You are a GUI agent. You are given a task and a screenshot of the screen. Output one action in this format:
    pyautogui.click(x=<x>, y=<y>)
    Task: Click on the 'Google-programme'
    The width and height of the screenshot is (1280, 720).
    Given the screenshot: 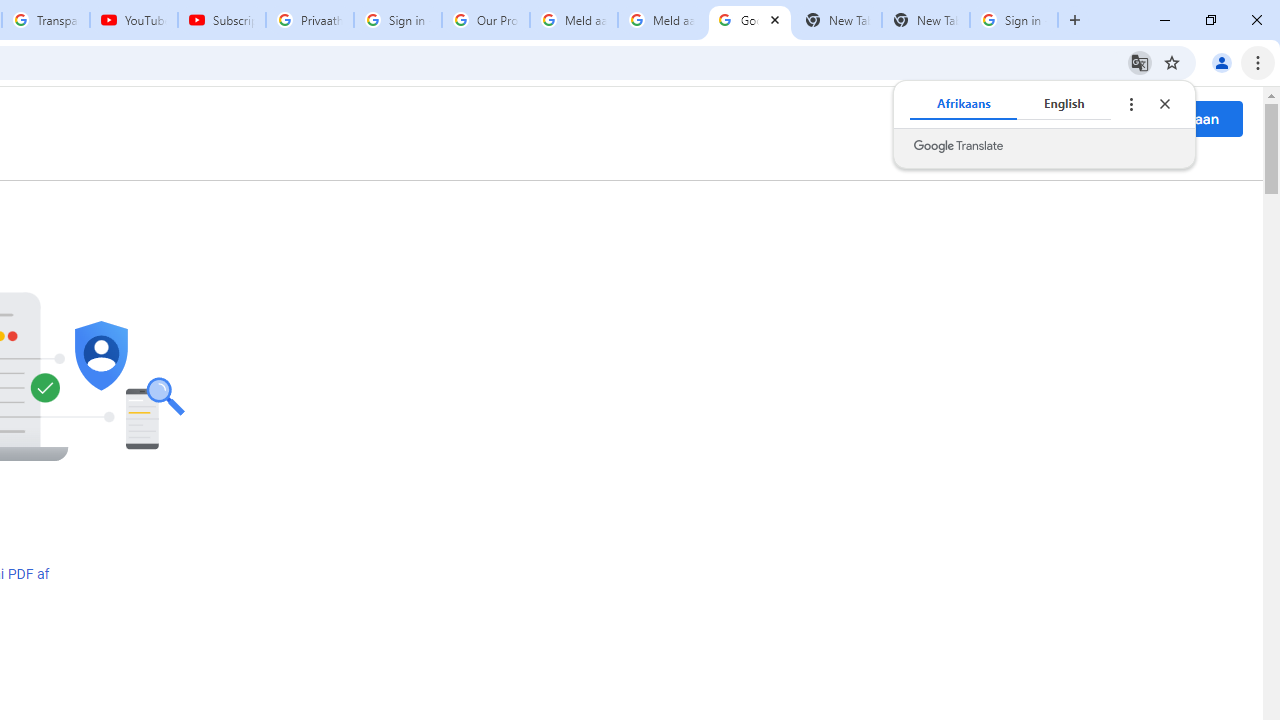 What is the action you would take?
    pyautogui.click(x=1101, y=119)
    